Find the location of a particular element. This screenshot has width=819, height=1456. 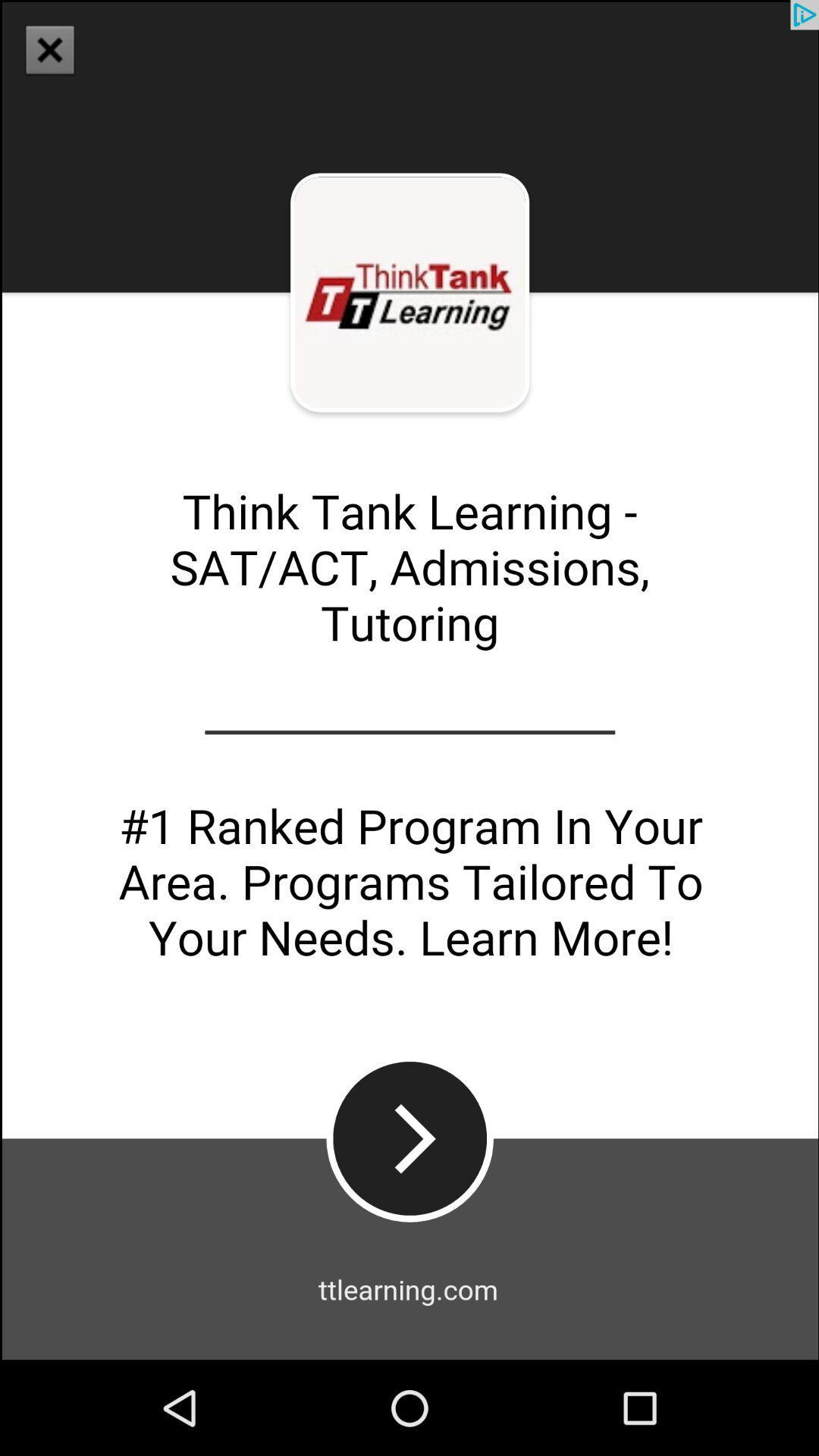

the close icon is located at coordinates (58, 63).